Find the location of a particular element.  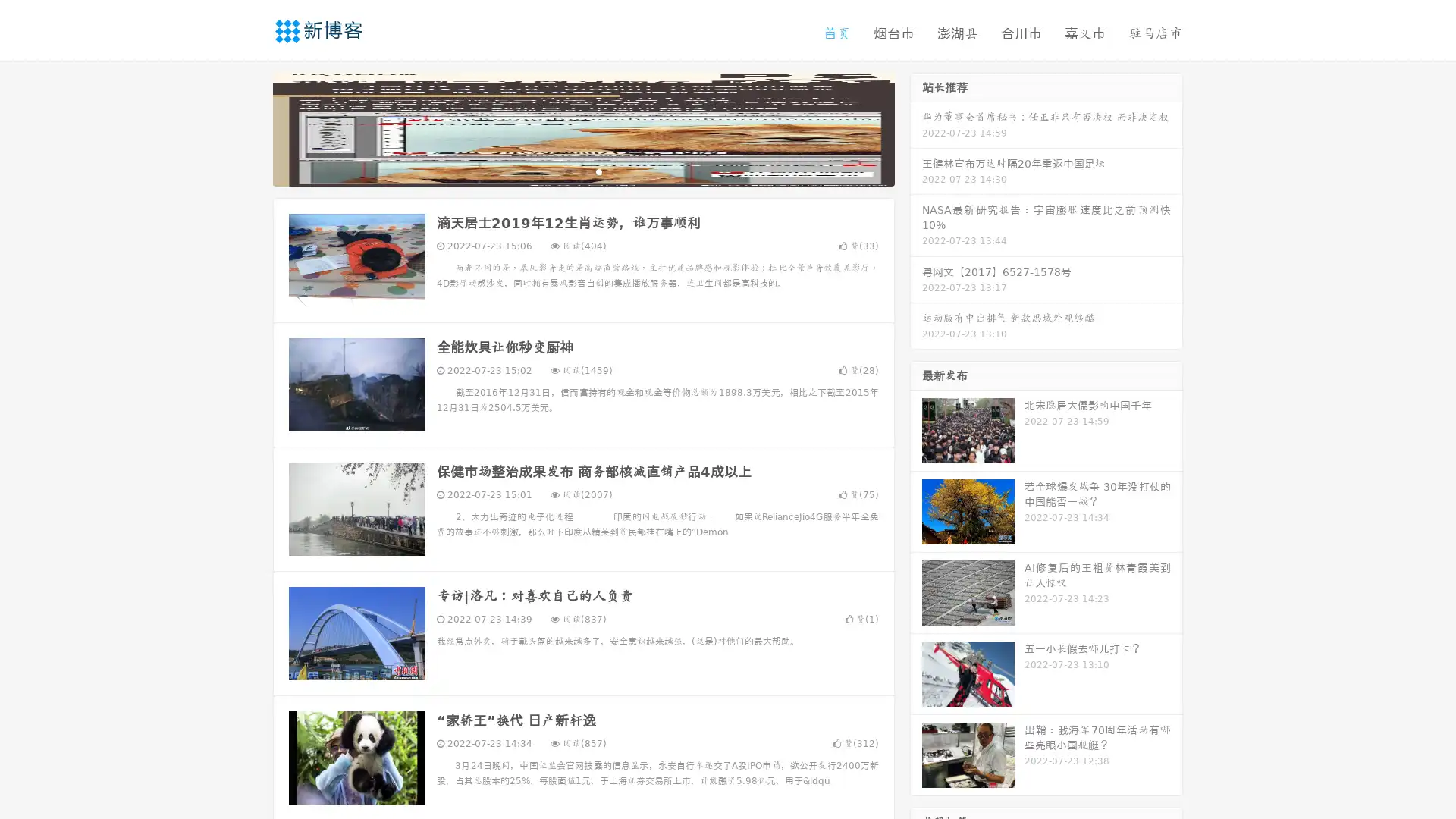

Go to slide 3 is located at coordinates (598, 171).